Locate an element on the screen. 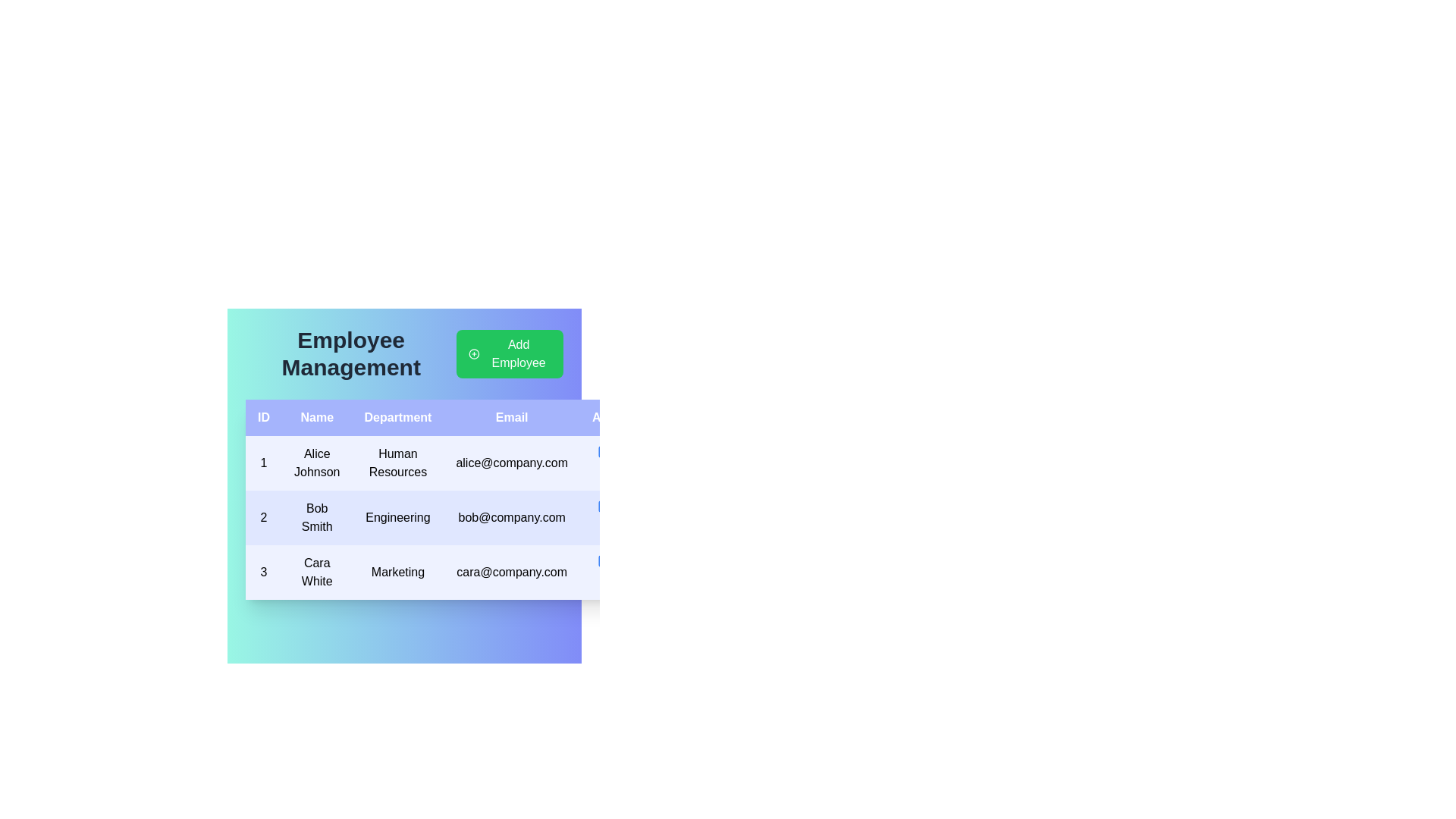  a cell in the Data Table displaying employee data is located at coordinates (446, 500).